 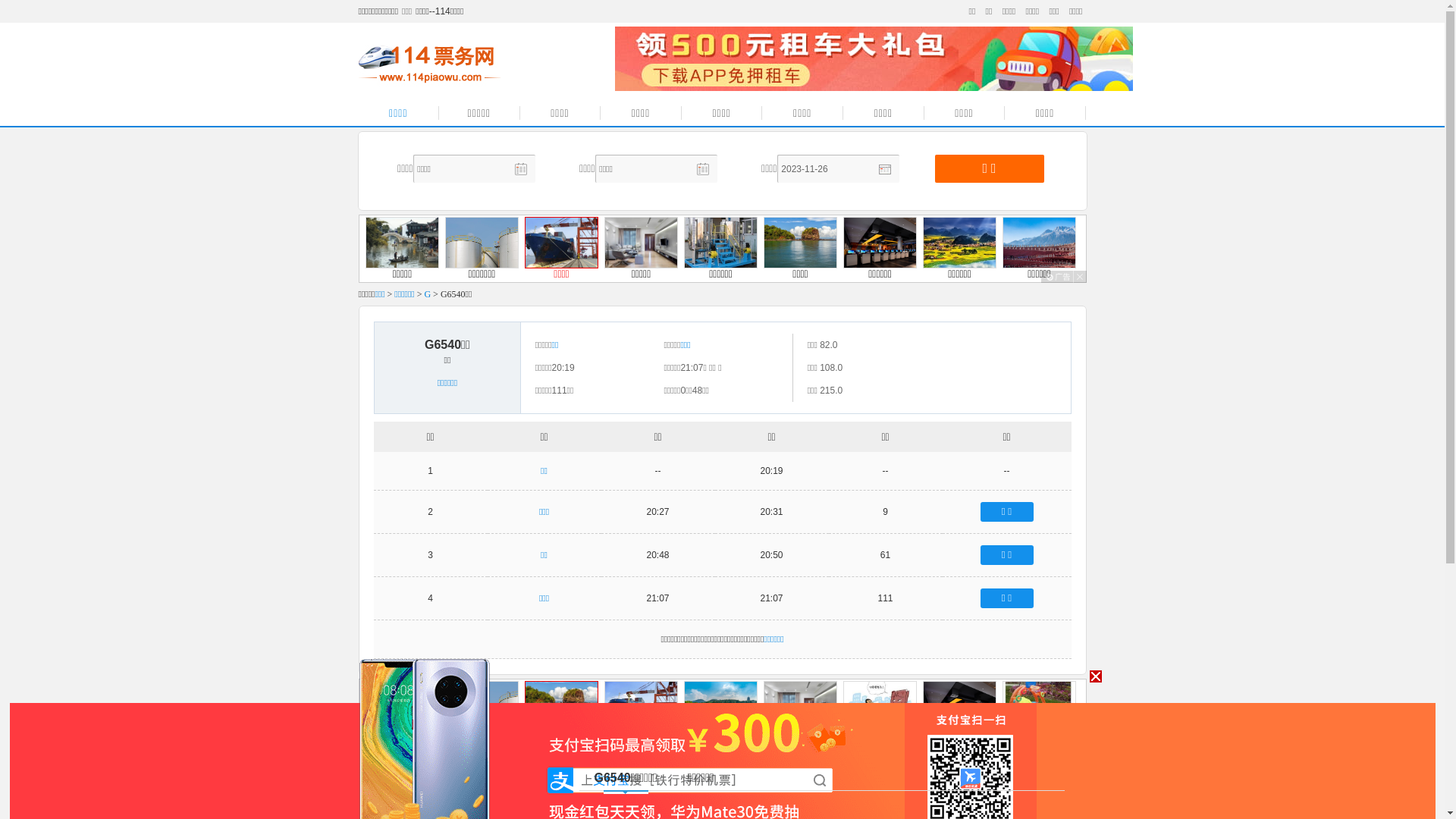 I want to click on 'G', so click(x=426, y=294).